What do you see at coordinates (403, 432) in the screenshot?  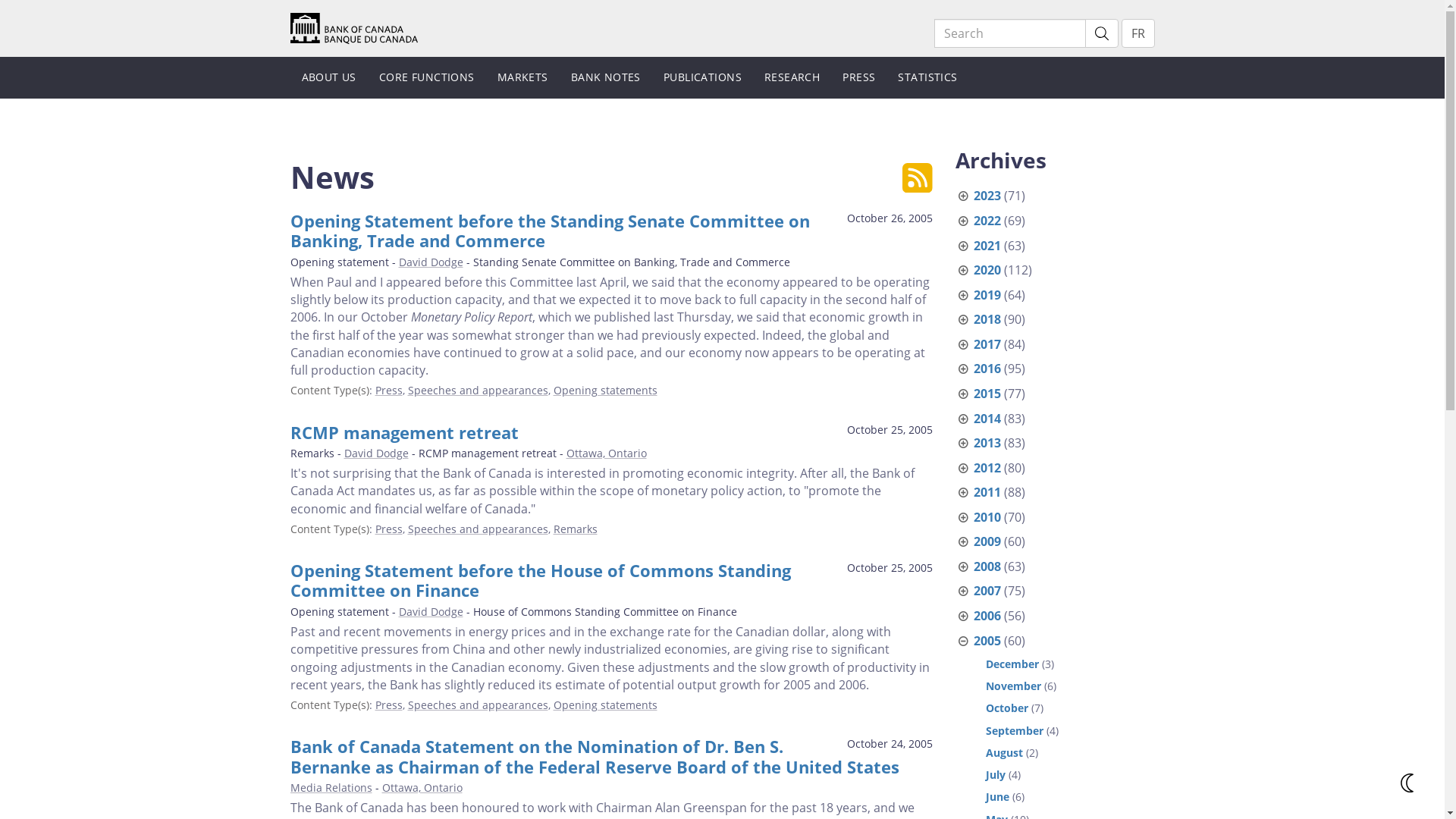 I see `'RCMP management retreat'` at bounding box center [403, 432].